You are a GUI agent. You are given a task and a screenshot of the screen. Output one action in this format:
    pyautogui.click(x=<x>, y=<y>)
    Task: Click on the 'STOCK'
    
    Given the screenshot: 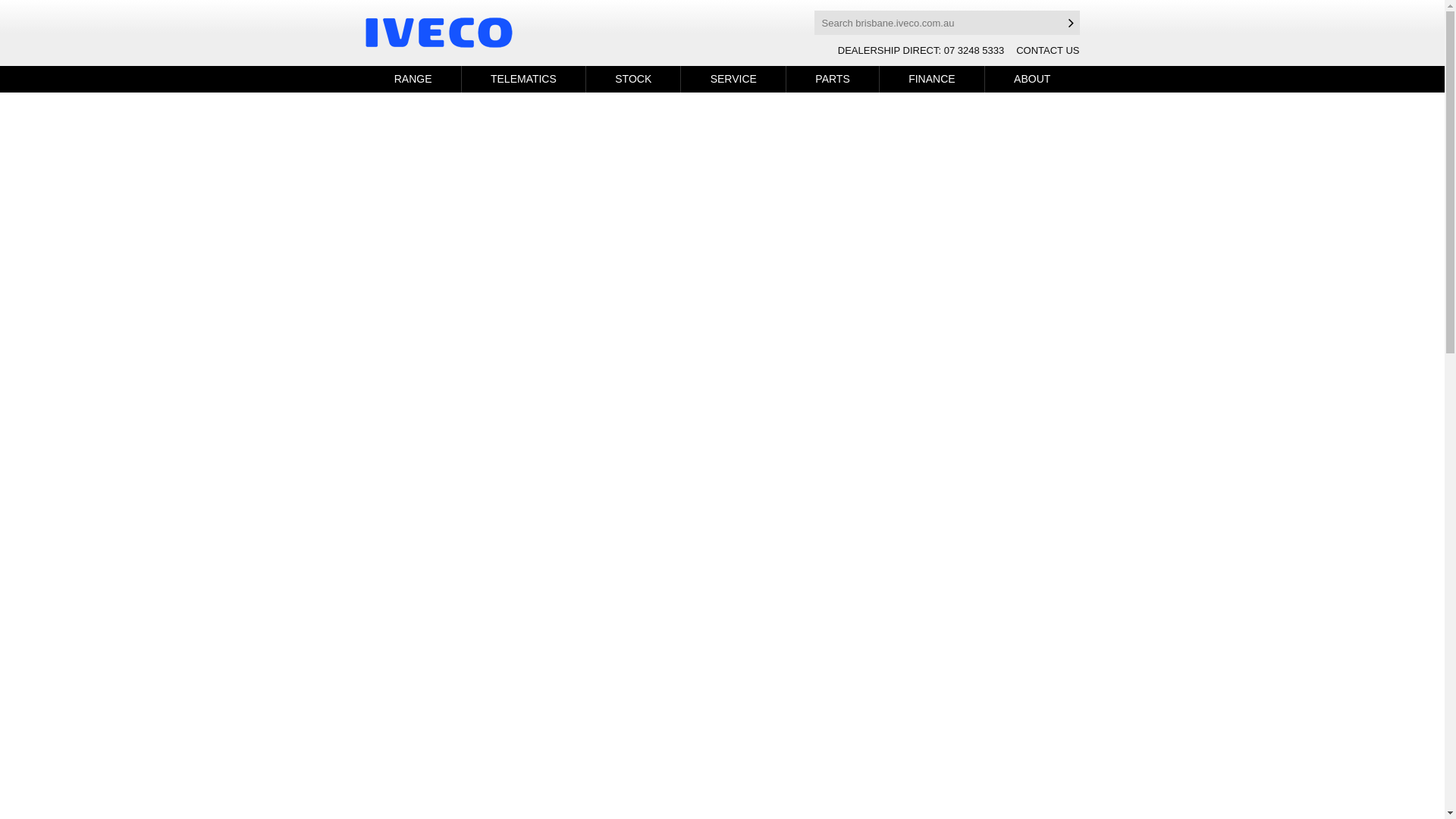 What is the action you would take?
    pyautogui.click(x=633, y=79)
    